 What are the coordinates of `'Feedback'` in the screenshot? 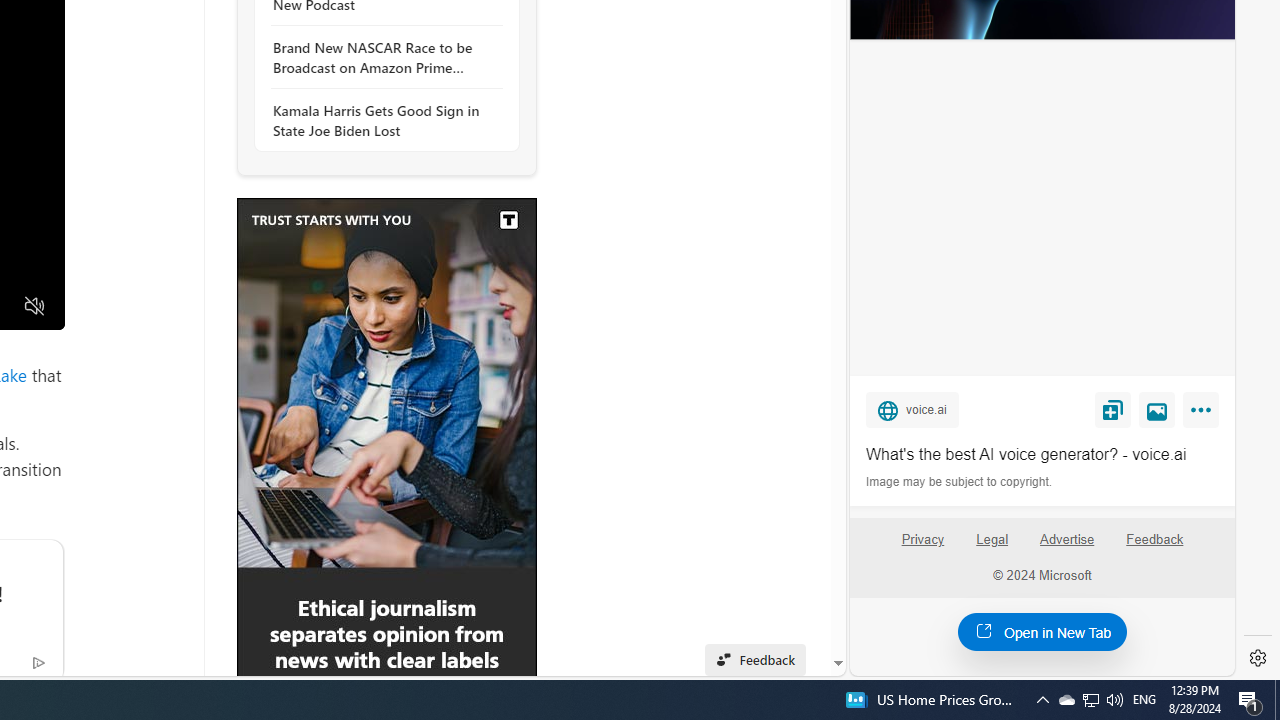 It's located at (1155, 538).